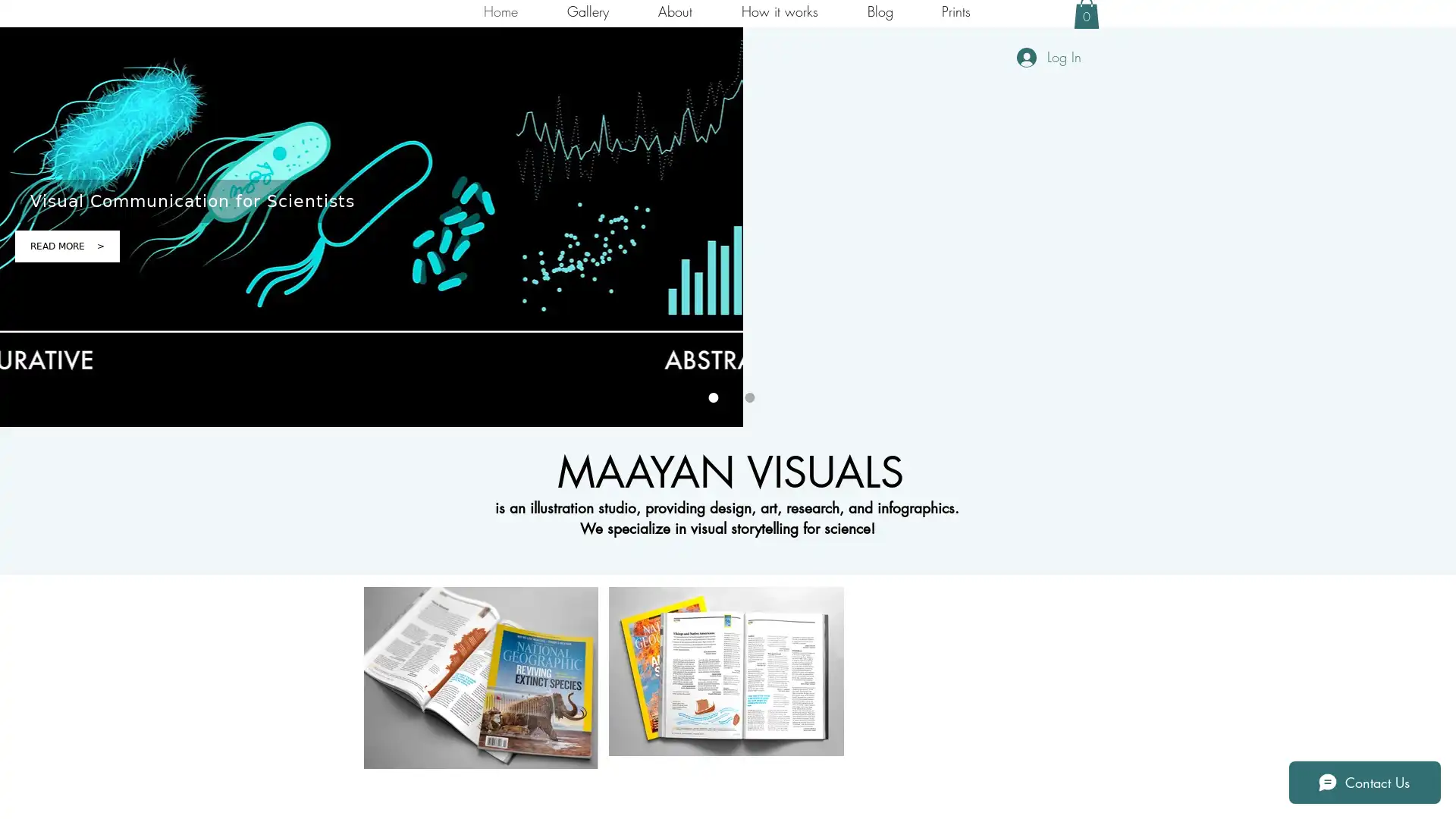 The height and width of the screenshot is (819, 1456). What do you see at coordinates (726, 670) in the screenshot?
I see `Editorial Illustration` at bounding box center [726, 670].